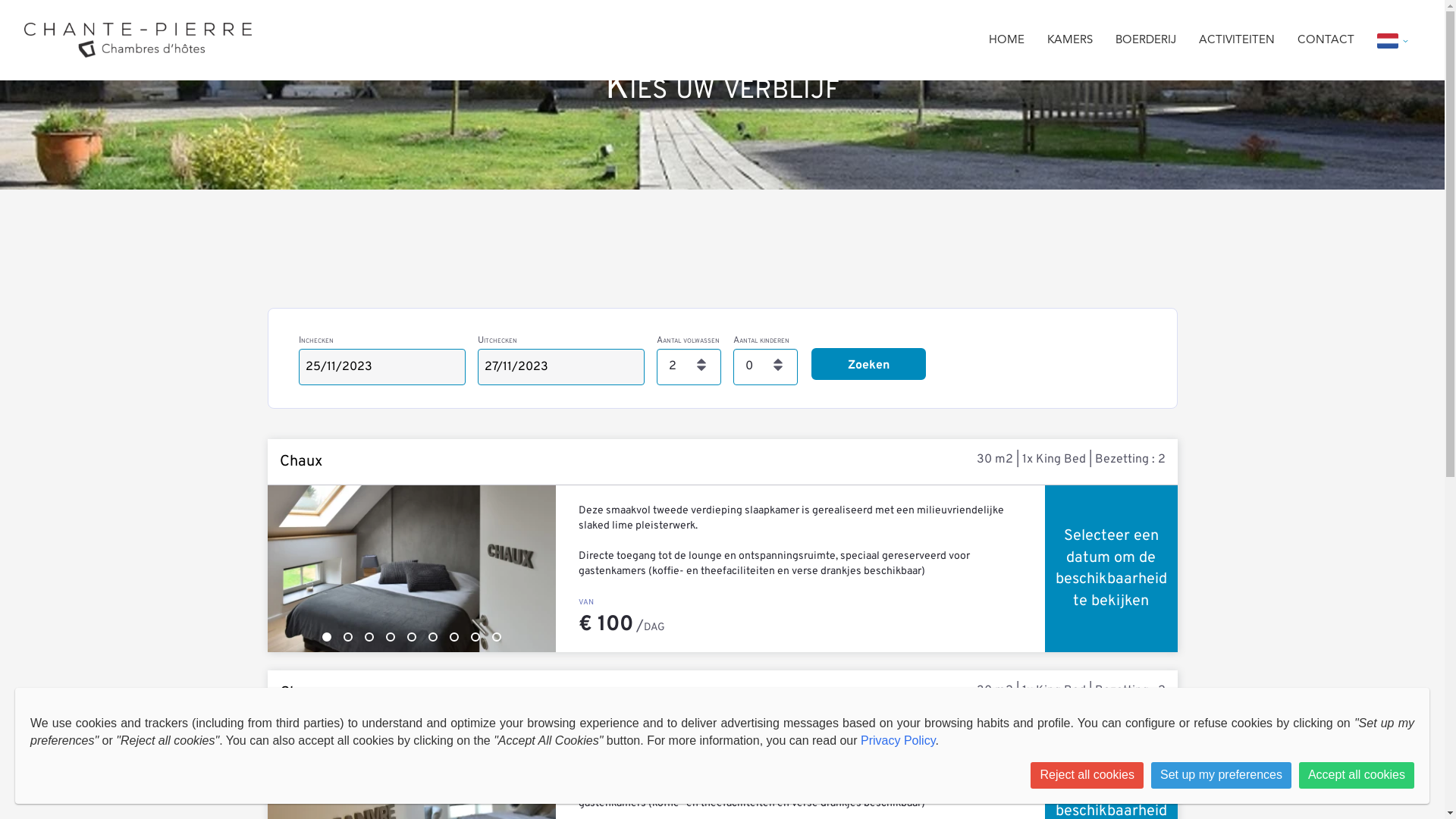  Describe the element at coordinates (1221, 775) in the screenshot. I see `'Set up my preferences'` at that location.